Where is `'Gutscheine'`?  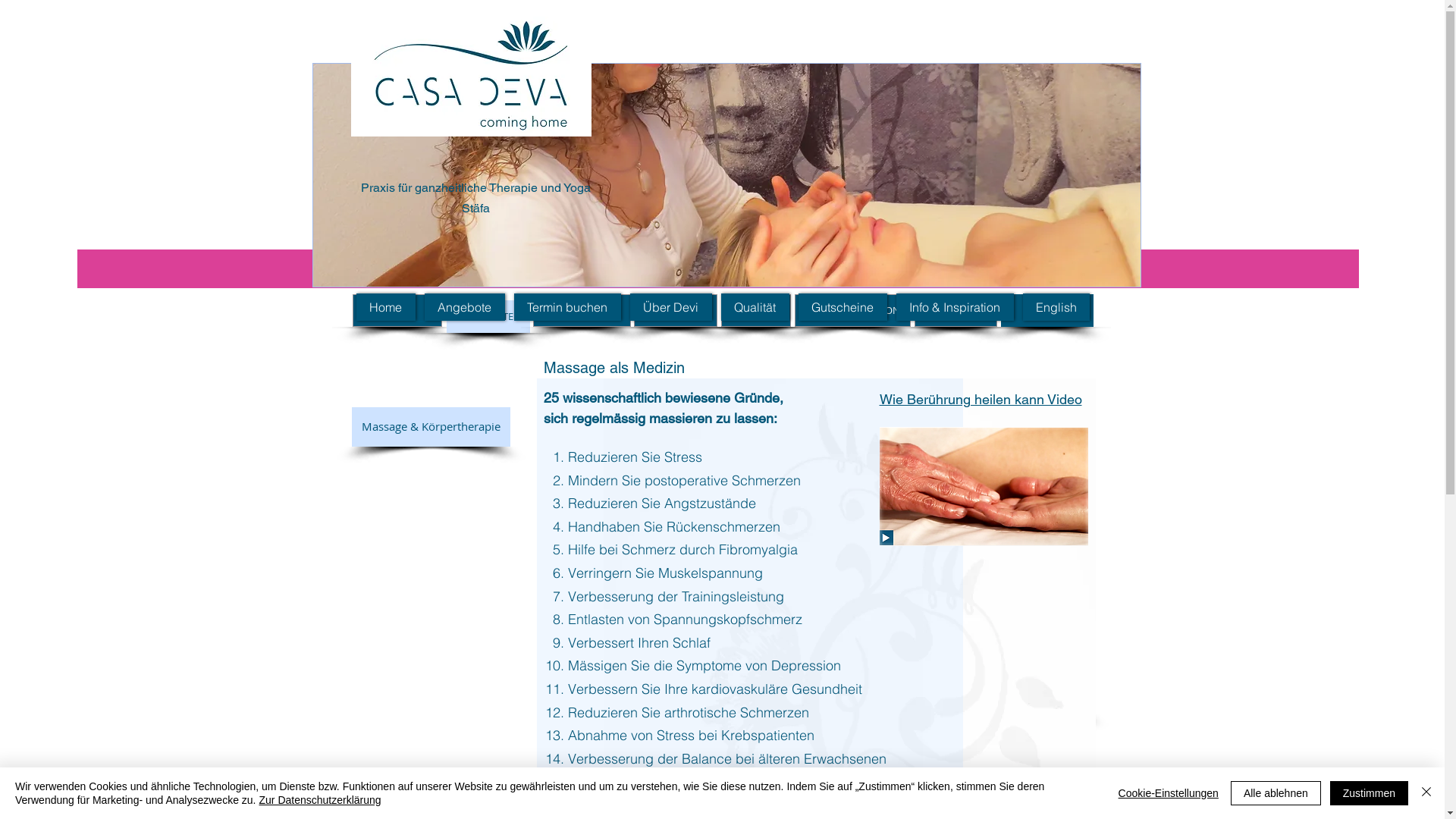 'Gutscheine' is located at coordinates (796, 307).